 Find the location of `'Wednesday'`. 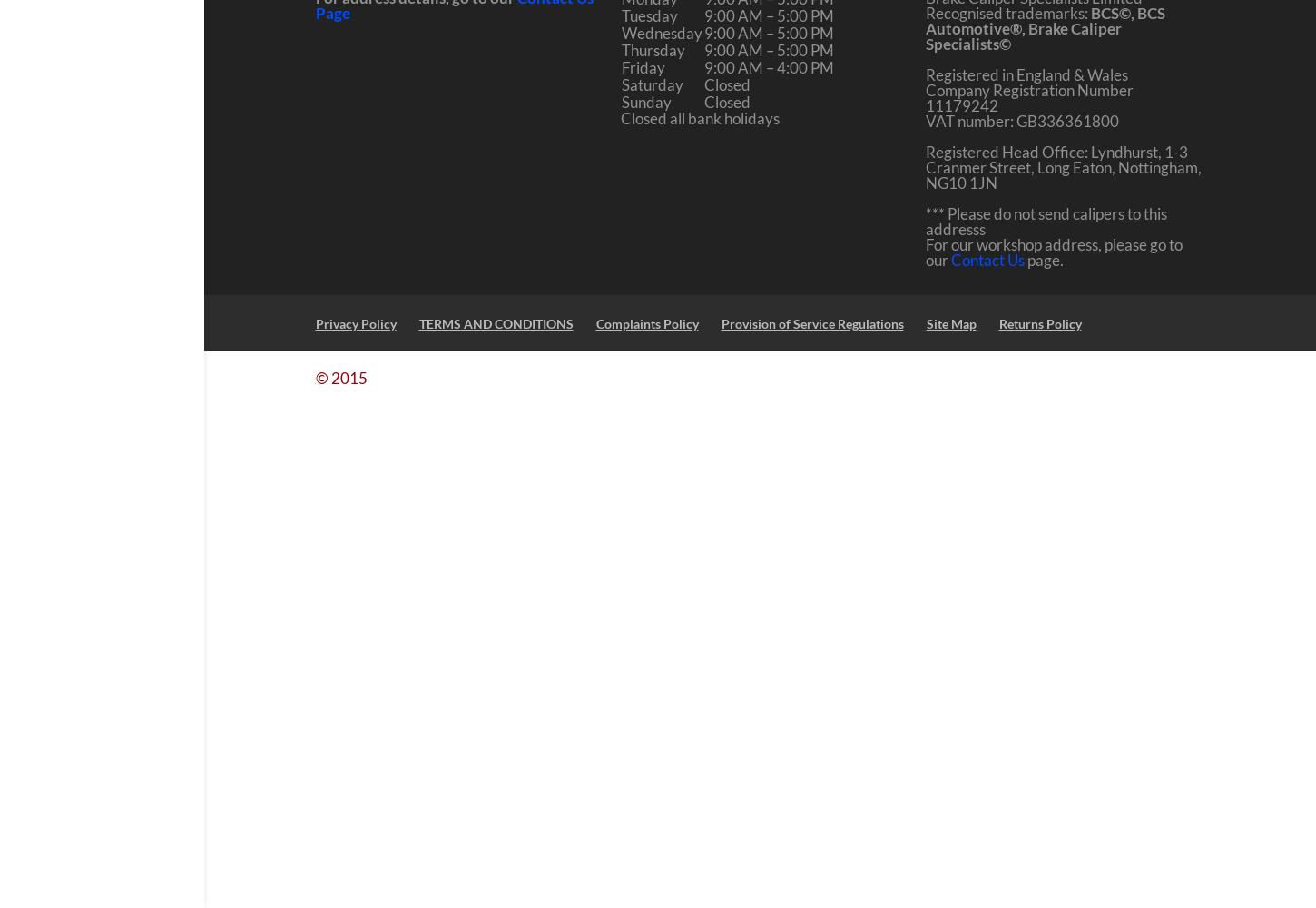

'Wednesday' is located at coordinates (619, 33).